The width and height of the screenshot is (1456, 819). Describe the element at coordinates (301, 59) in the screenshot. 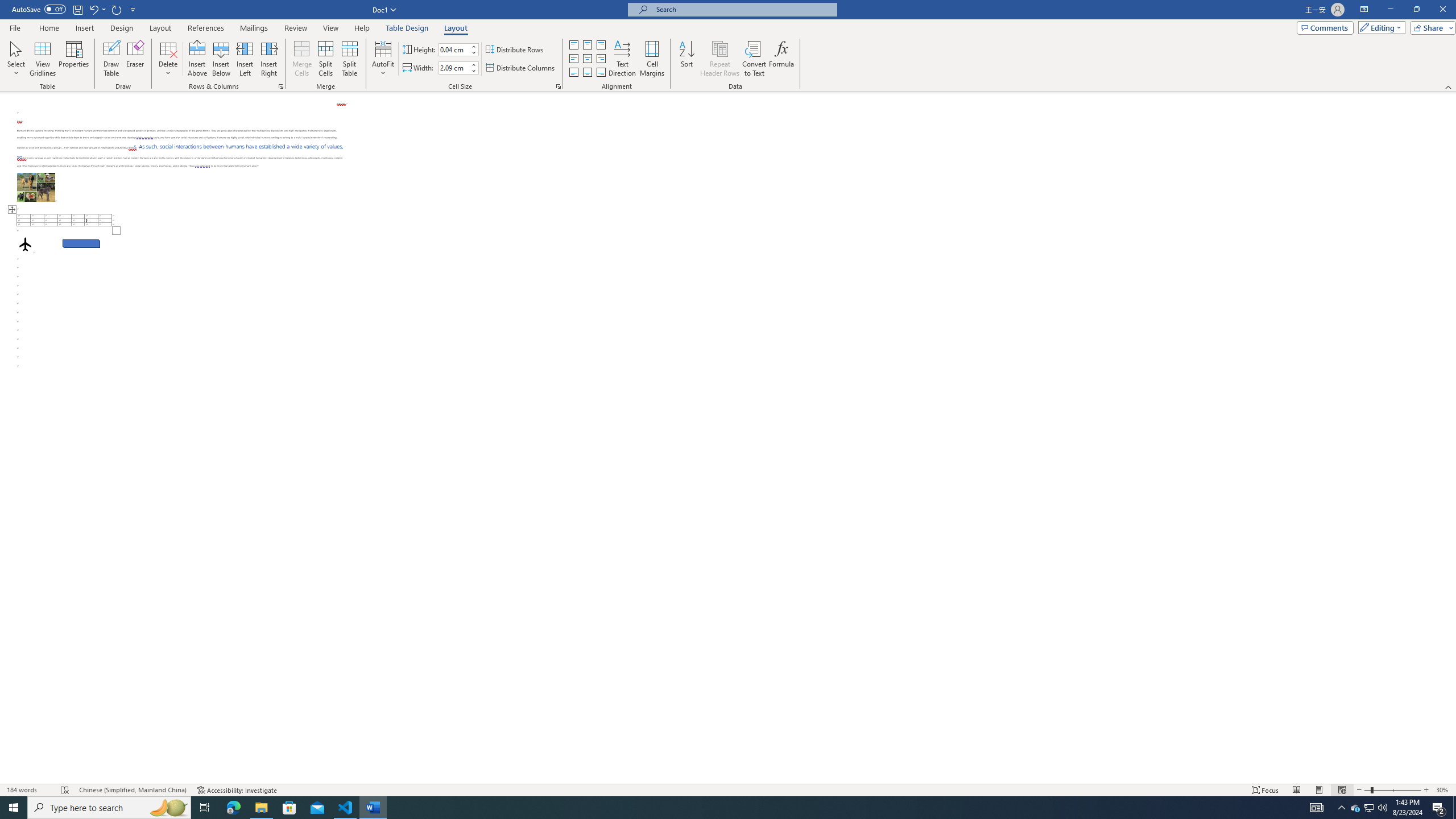

I see `'Merge Cells'` at that location.